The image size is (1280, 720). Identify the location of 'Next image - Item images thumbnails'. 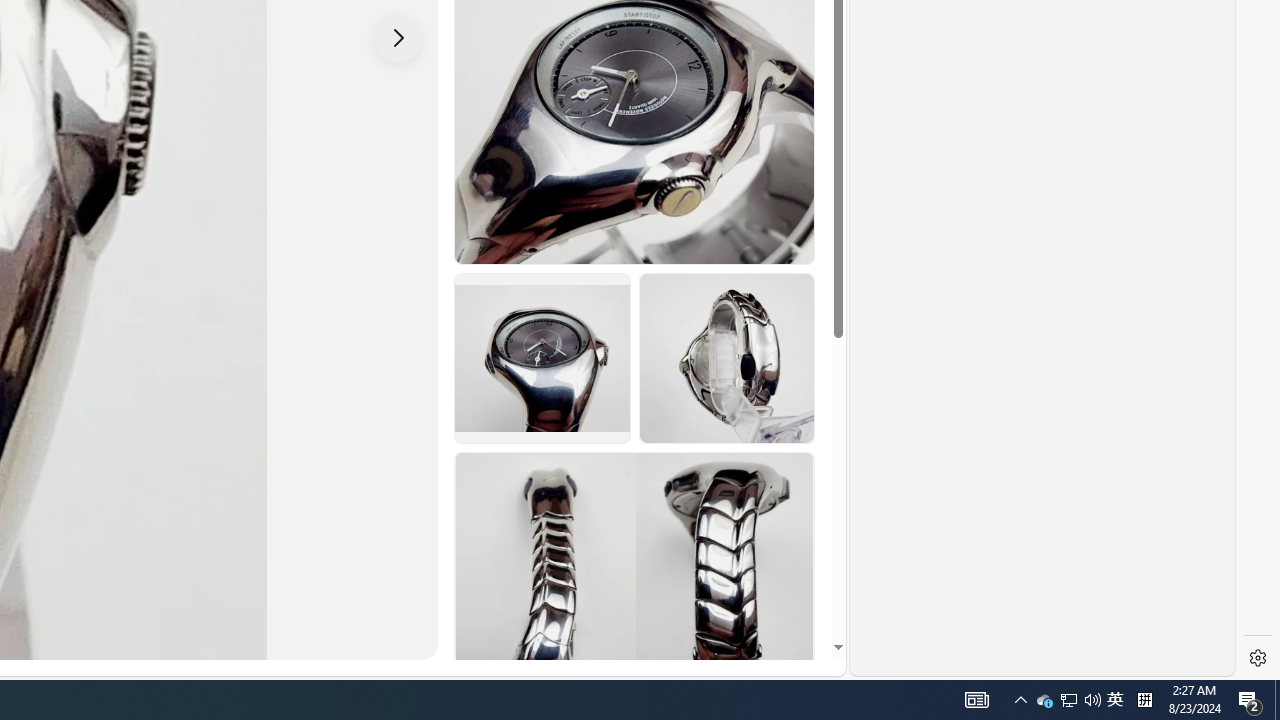
(398, 37).